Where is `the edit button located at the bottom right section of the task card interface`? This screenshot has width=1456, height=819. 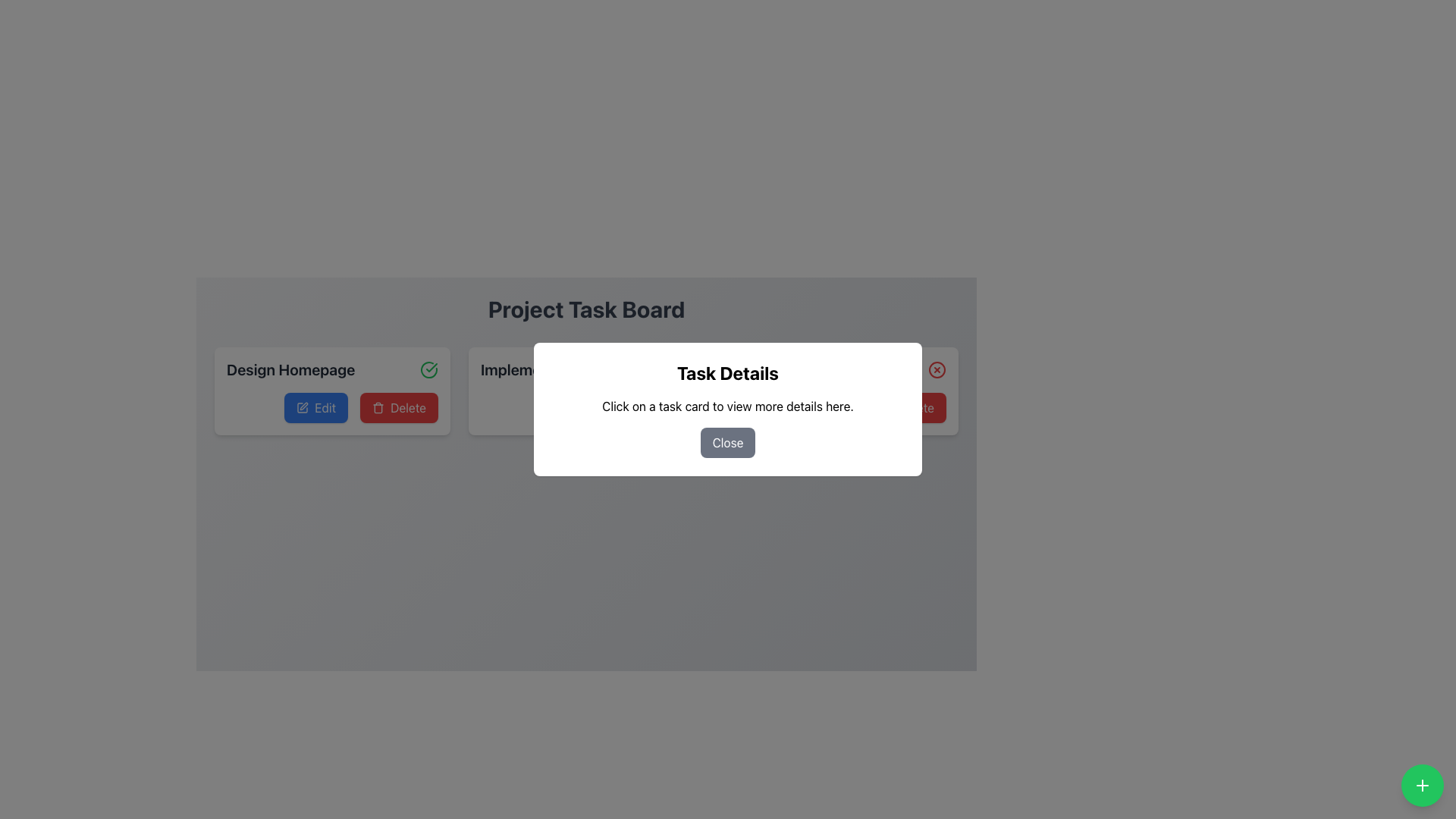
the edit button located at the bottom right section of the task card interface is located at coordinates (824, 406).